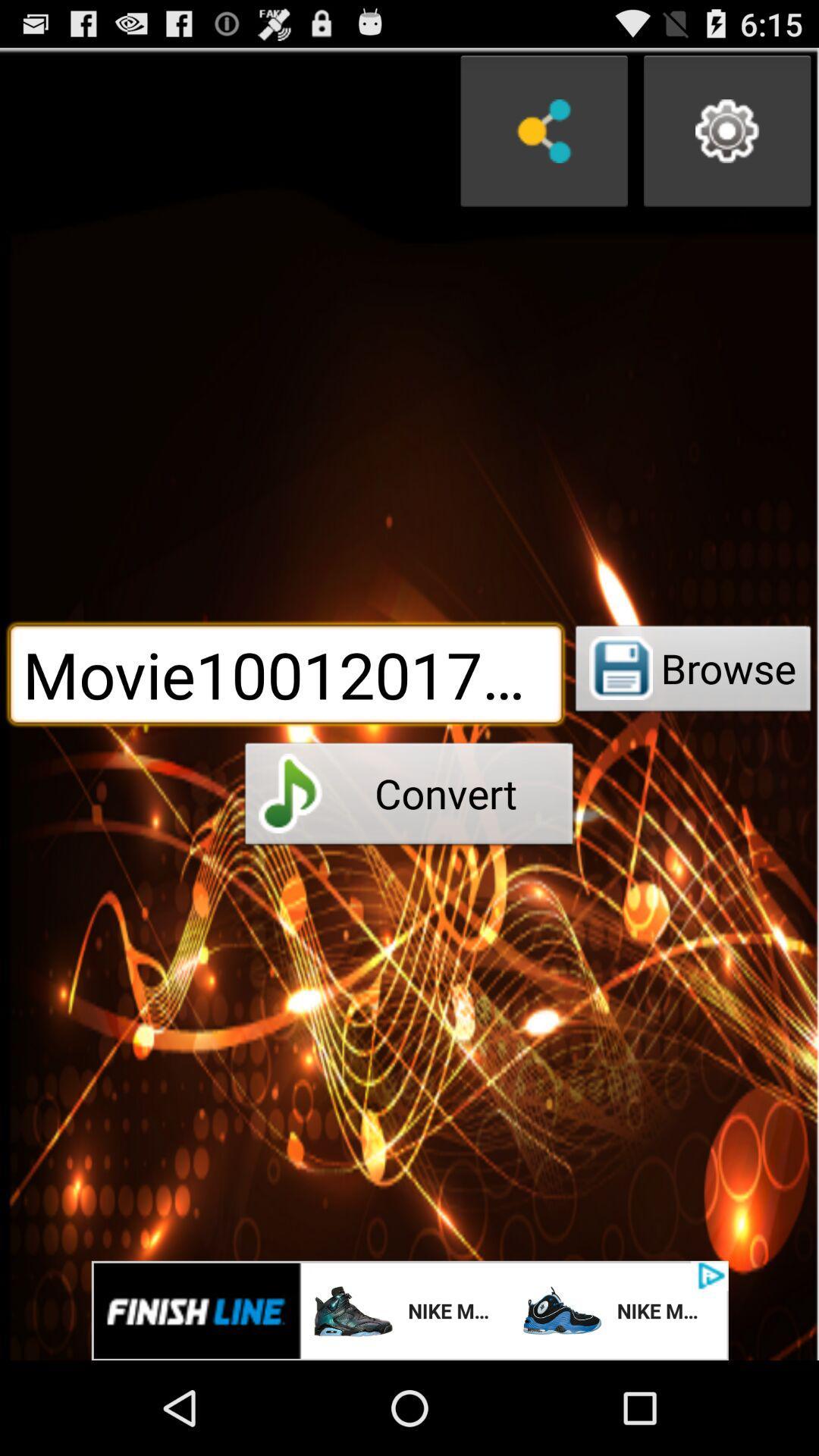  I want to click on settings, so click(726, 131).